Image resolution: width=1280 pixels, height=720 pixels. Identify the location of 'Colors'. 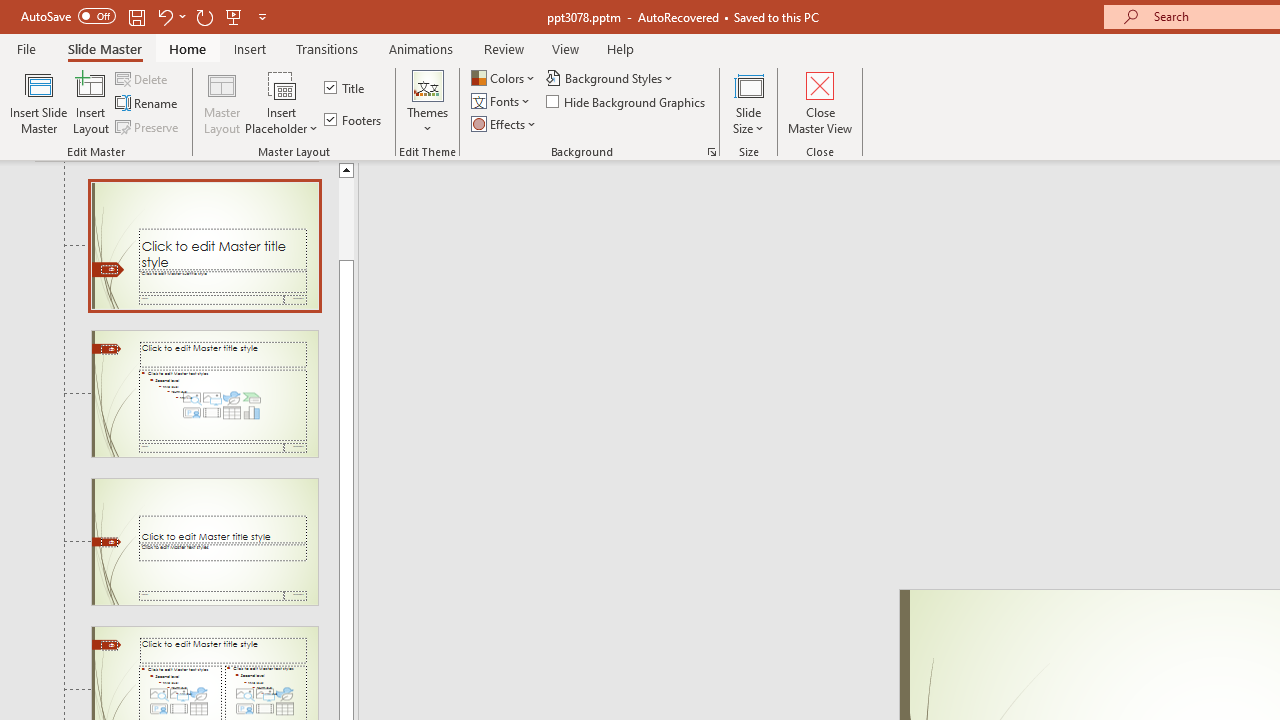
(504, 77).